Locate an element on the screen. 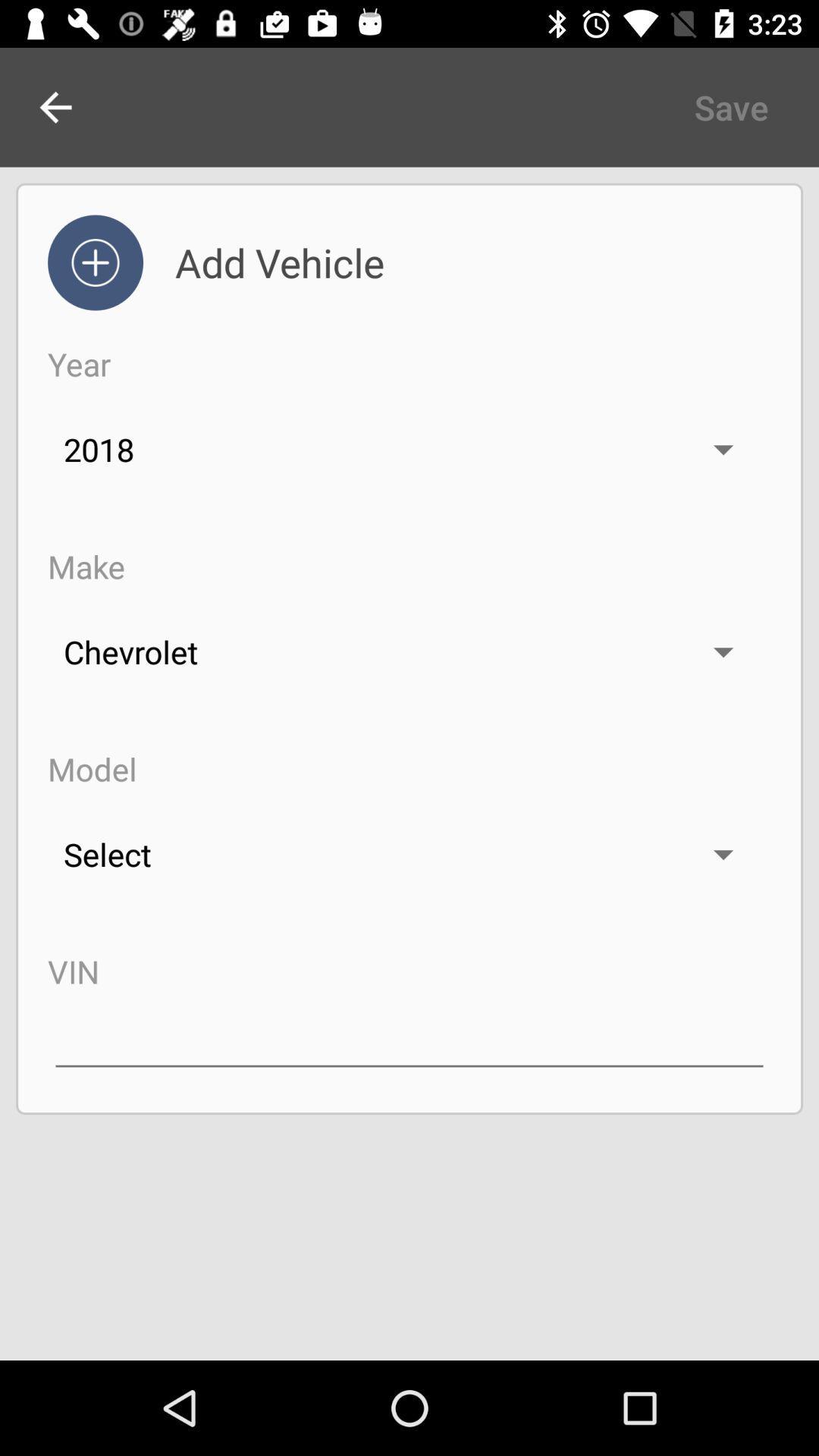 The height and width of the screenshot is (1456, 819). input vin number line is located at coordinates (409, 1037).